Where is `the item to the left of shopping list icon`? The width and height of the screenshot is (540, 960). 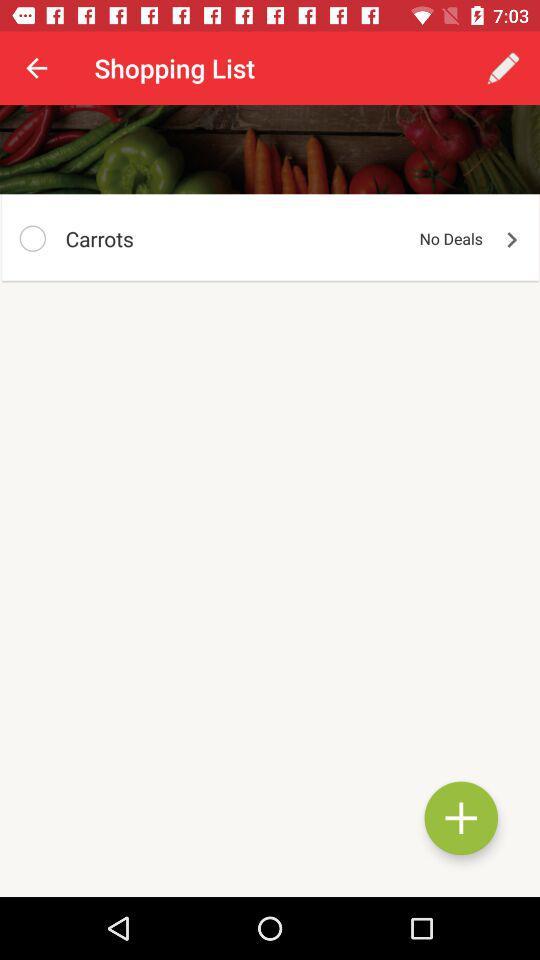
the item to the left of shopping list icon is located at coordinates (36, 68).